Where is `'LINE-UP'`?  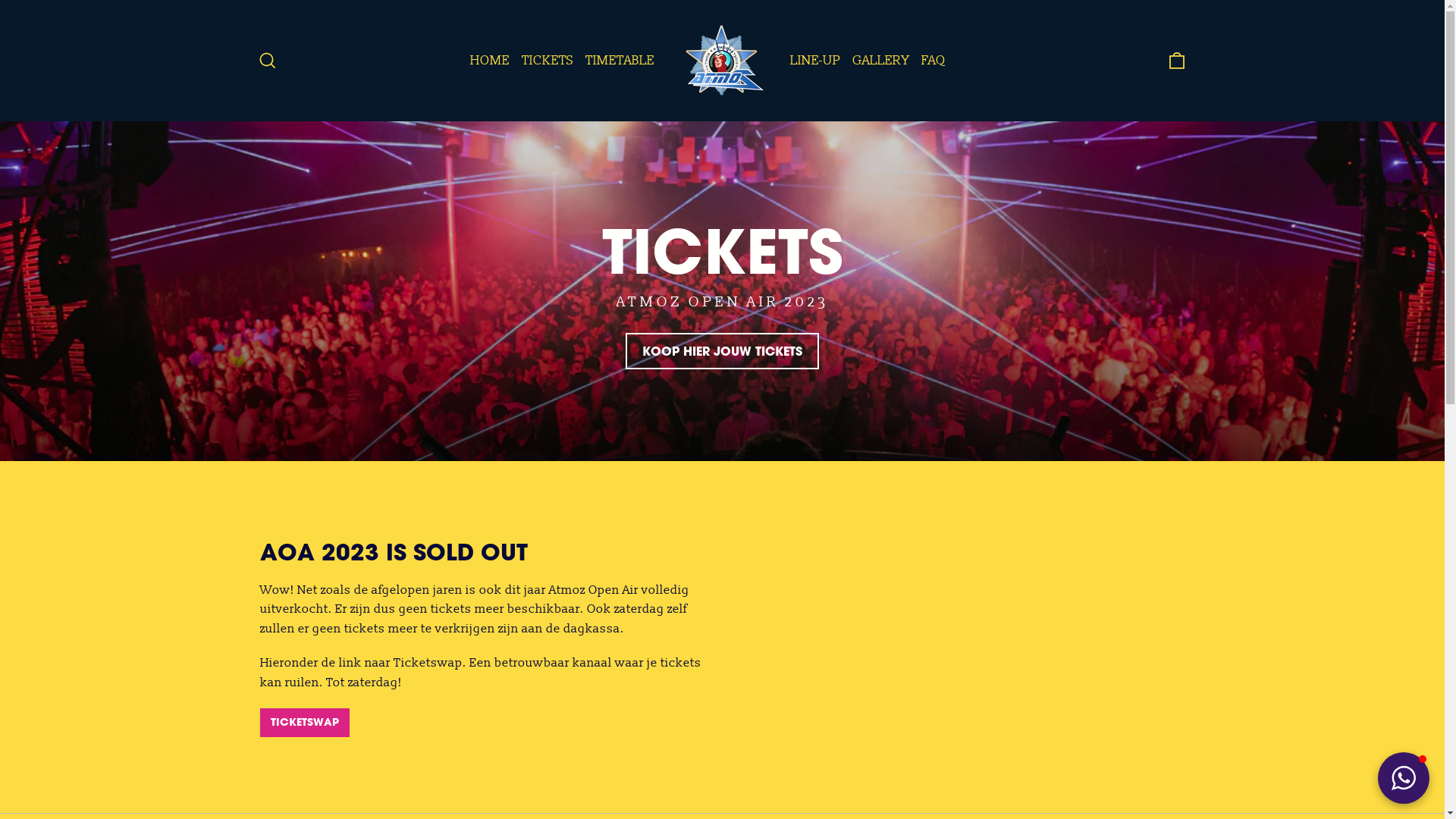
'LINE-UP' is located at coordinates (814, 59).